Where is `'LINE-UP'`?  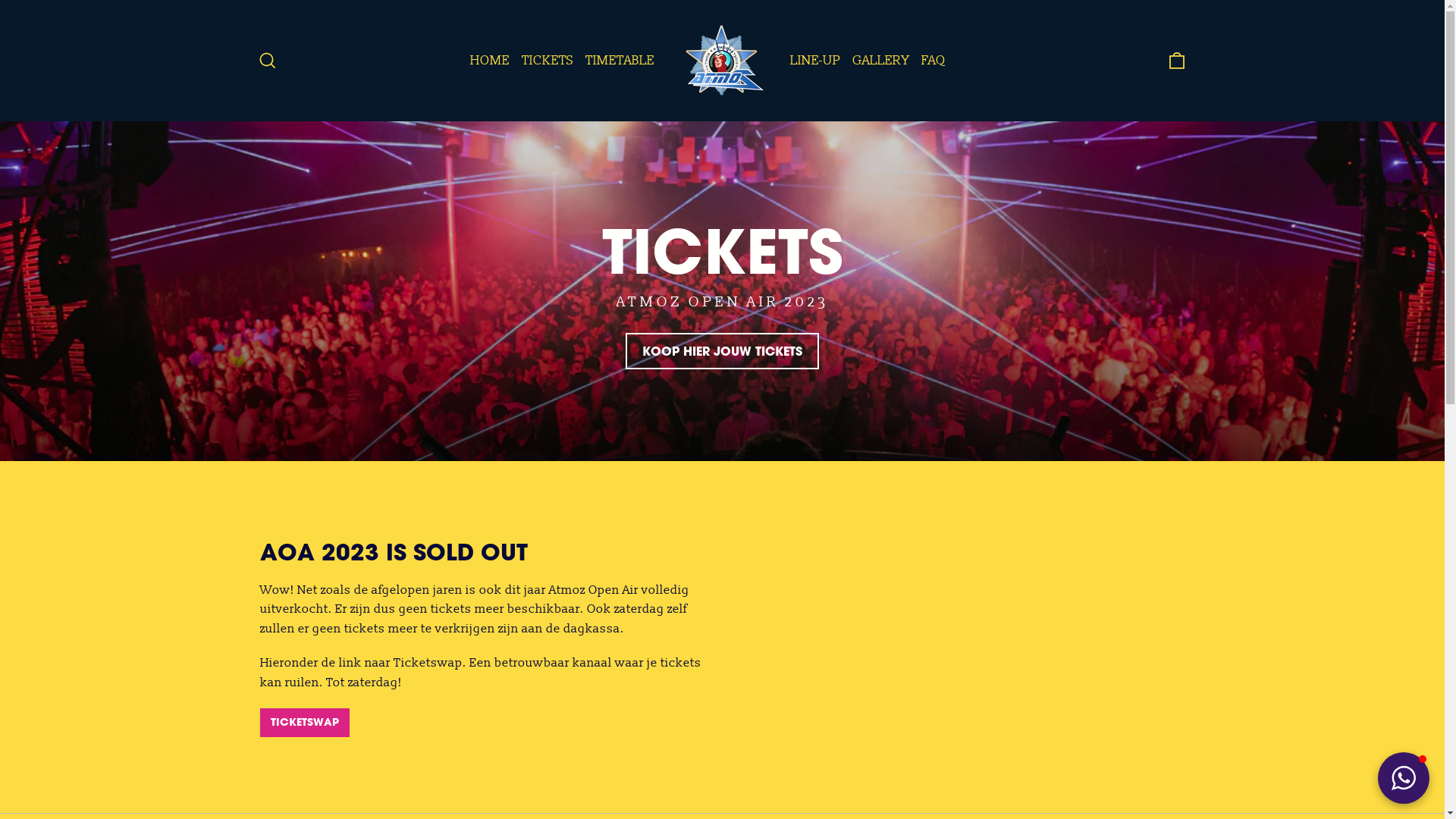
'LINE-UP' is located at coordinates (814, 59).